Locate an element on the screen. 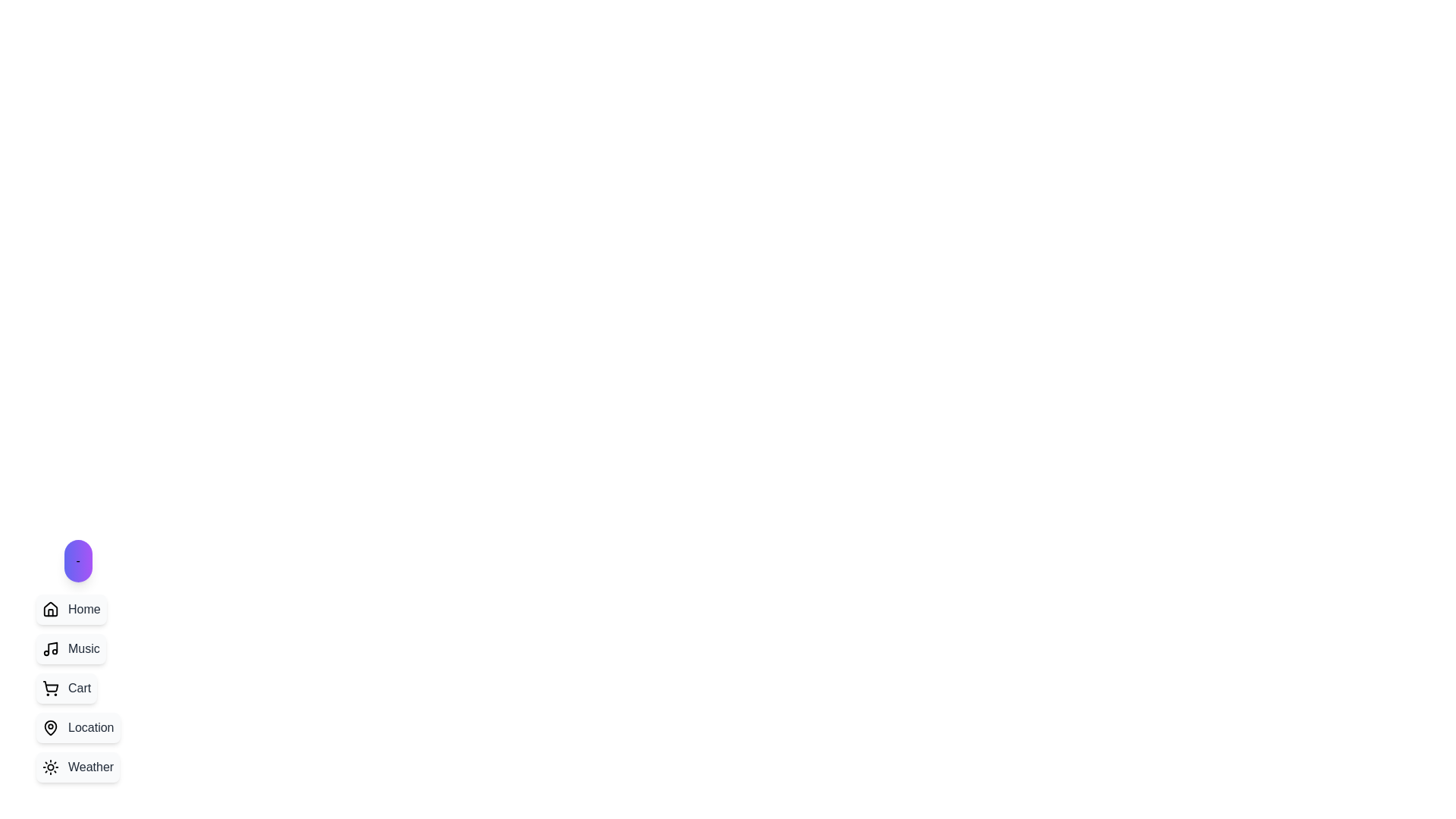 The height and width of the screenshot is (819, 1456). the 'Cart' button, which is the third button in a vertical sidebar menu, to change its background color is located at coordinates (66, 688).